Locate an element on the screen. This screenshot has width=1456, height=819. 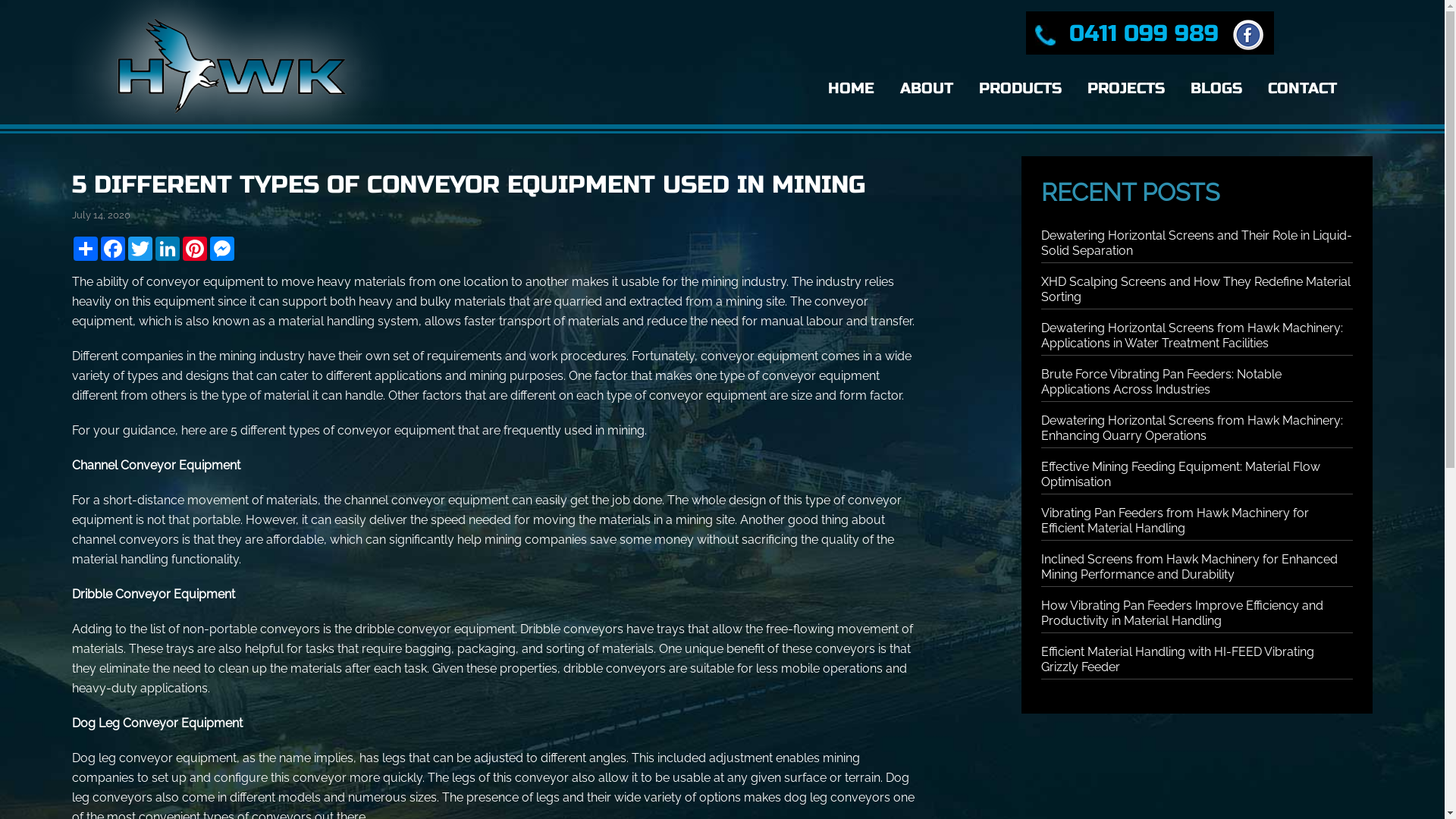
'facebook' is located at coordinates (1244, 33).